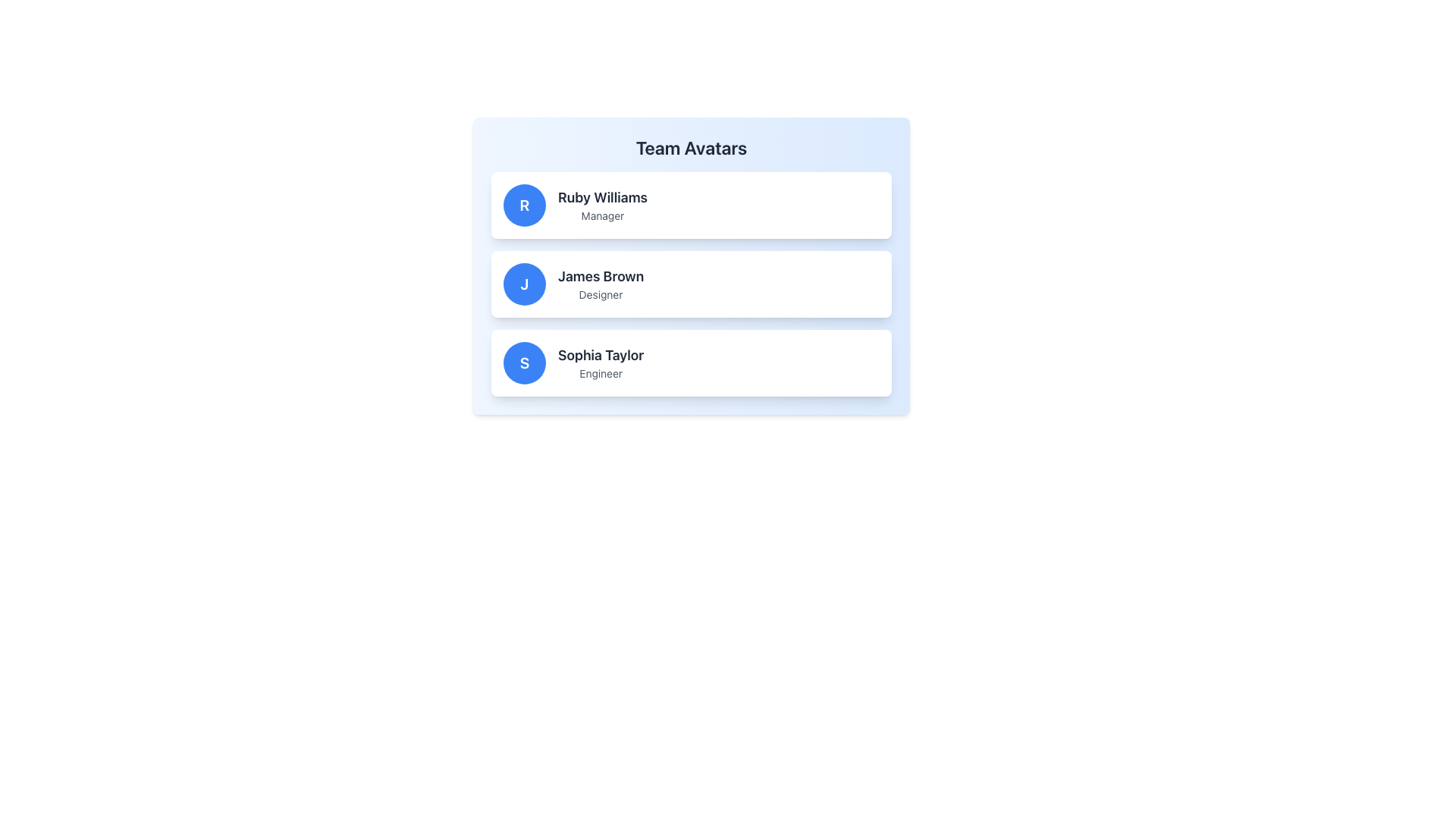 The height and width of the screenshot is (819, 1456). Describe the element at coordinates (600, 284) in the screenshot. I see `the text block that displays the name and role of a team member, located in the second row of a vertically stacked list, immediately to the right of a circular blue icon with the letter 'J'` at that location.